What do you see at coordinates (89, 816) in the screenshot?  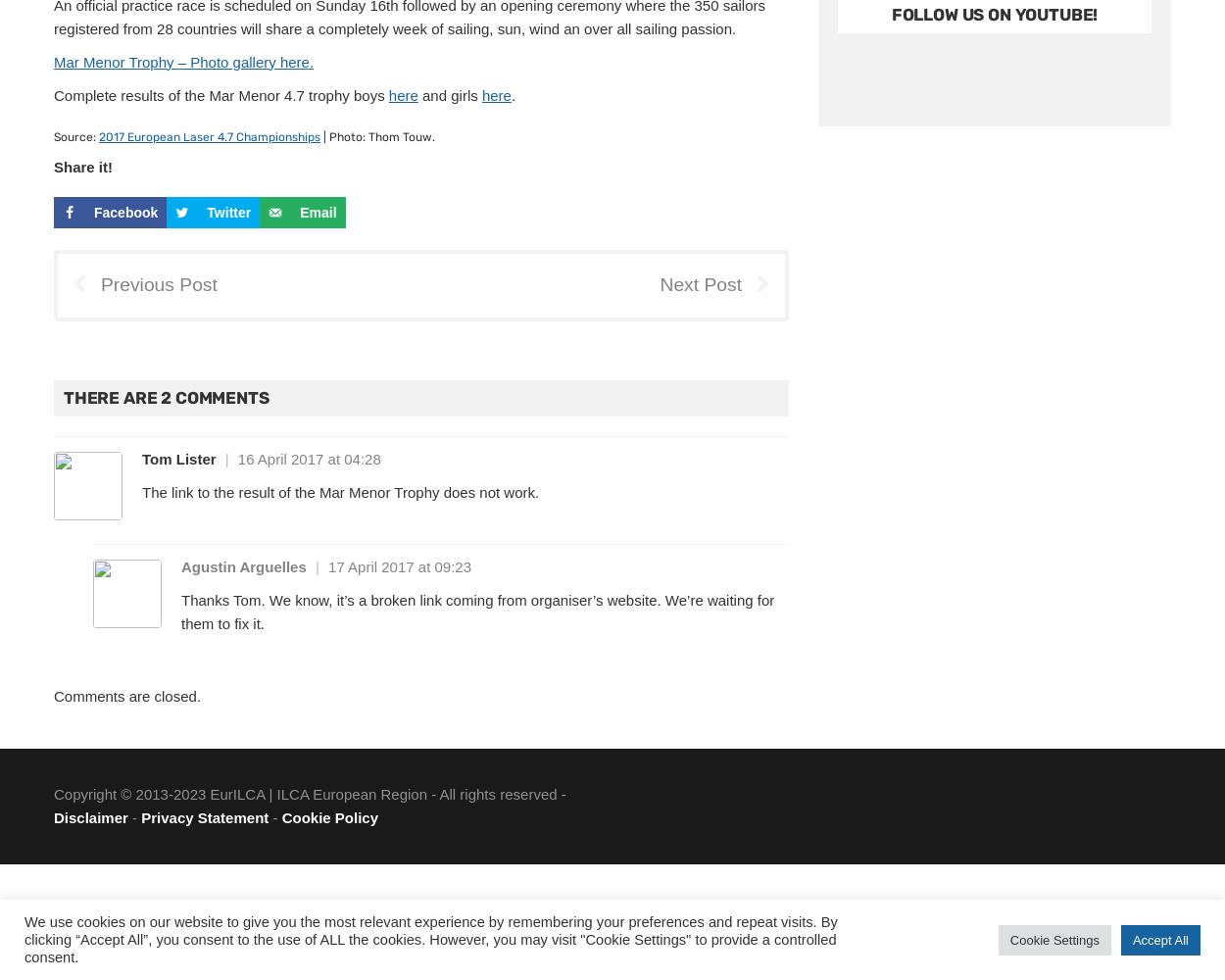 I see `'Disclaimer'` at bounding box center [89, 816].